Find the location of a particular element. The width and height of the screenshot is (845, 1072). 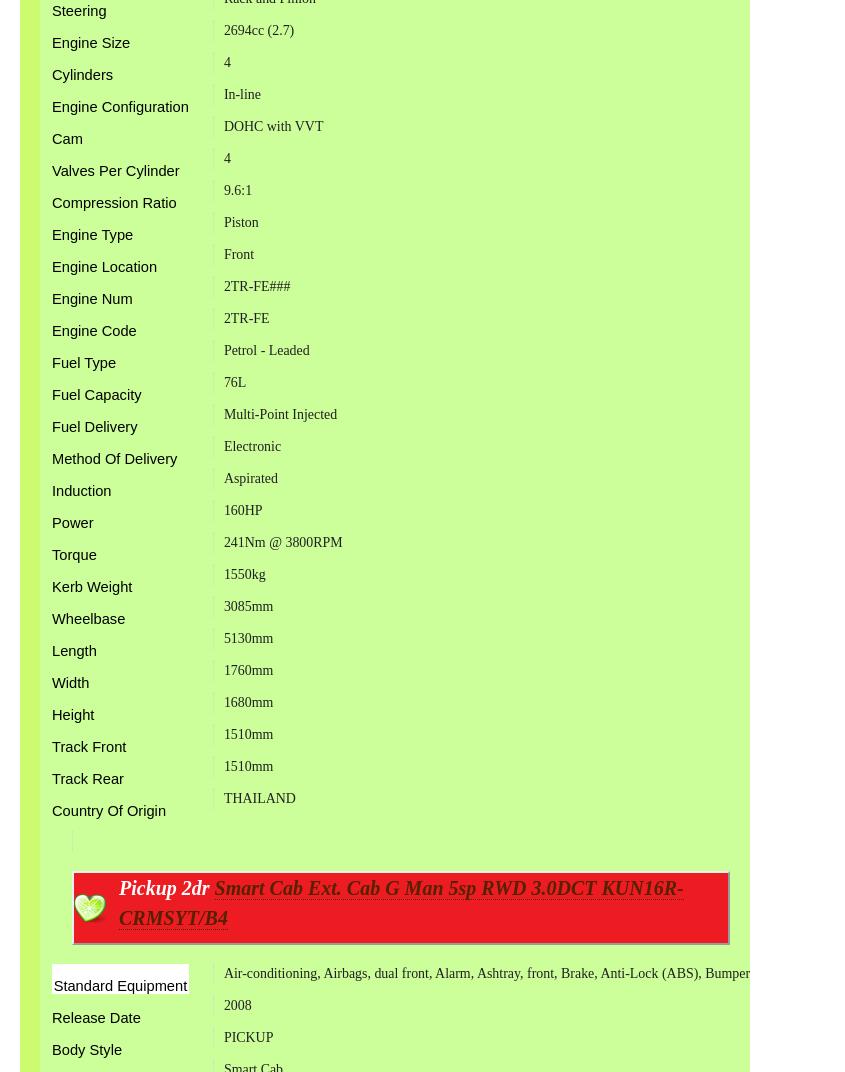

'Torque' is located at coordinates (73, 553).